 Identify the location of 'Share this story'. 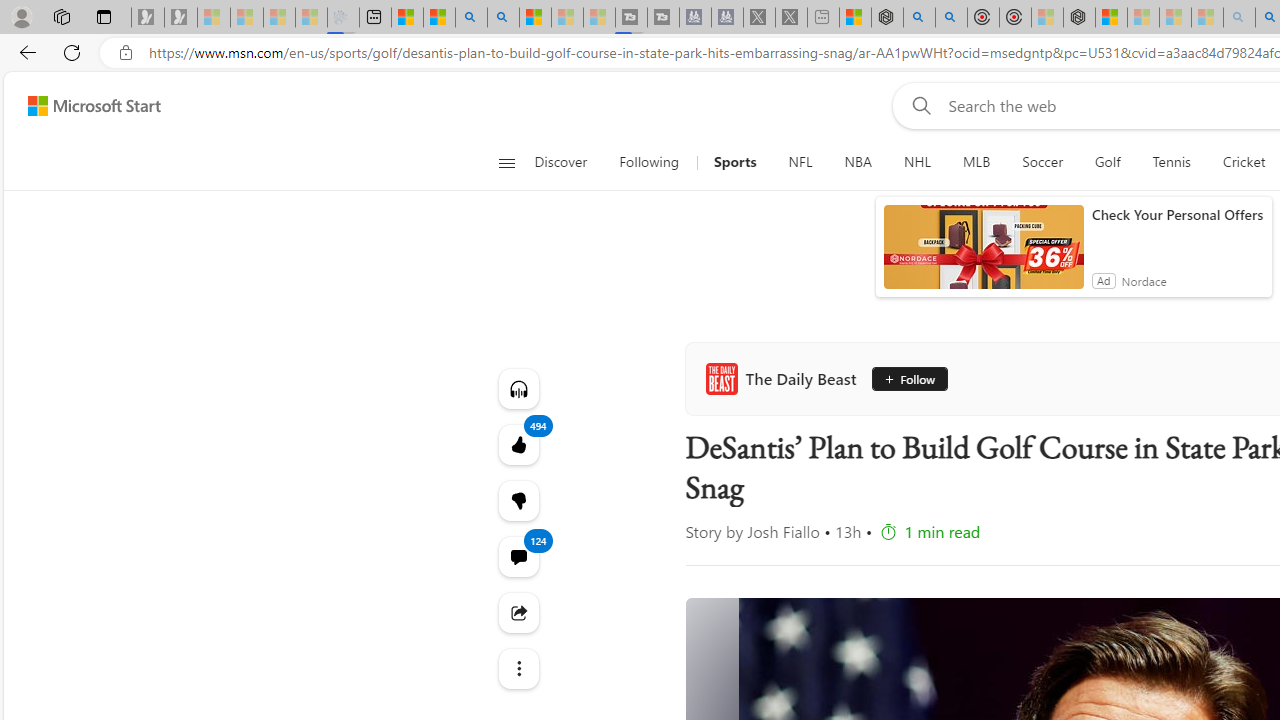
(518, 611).